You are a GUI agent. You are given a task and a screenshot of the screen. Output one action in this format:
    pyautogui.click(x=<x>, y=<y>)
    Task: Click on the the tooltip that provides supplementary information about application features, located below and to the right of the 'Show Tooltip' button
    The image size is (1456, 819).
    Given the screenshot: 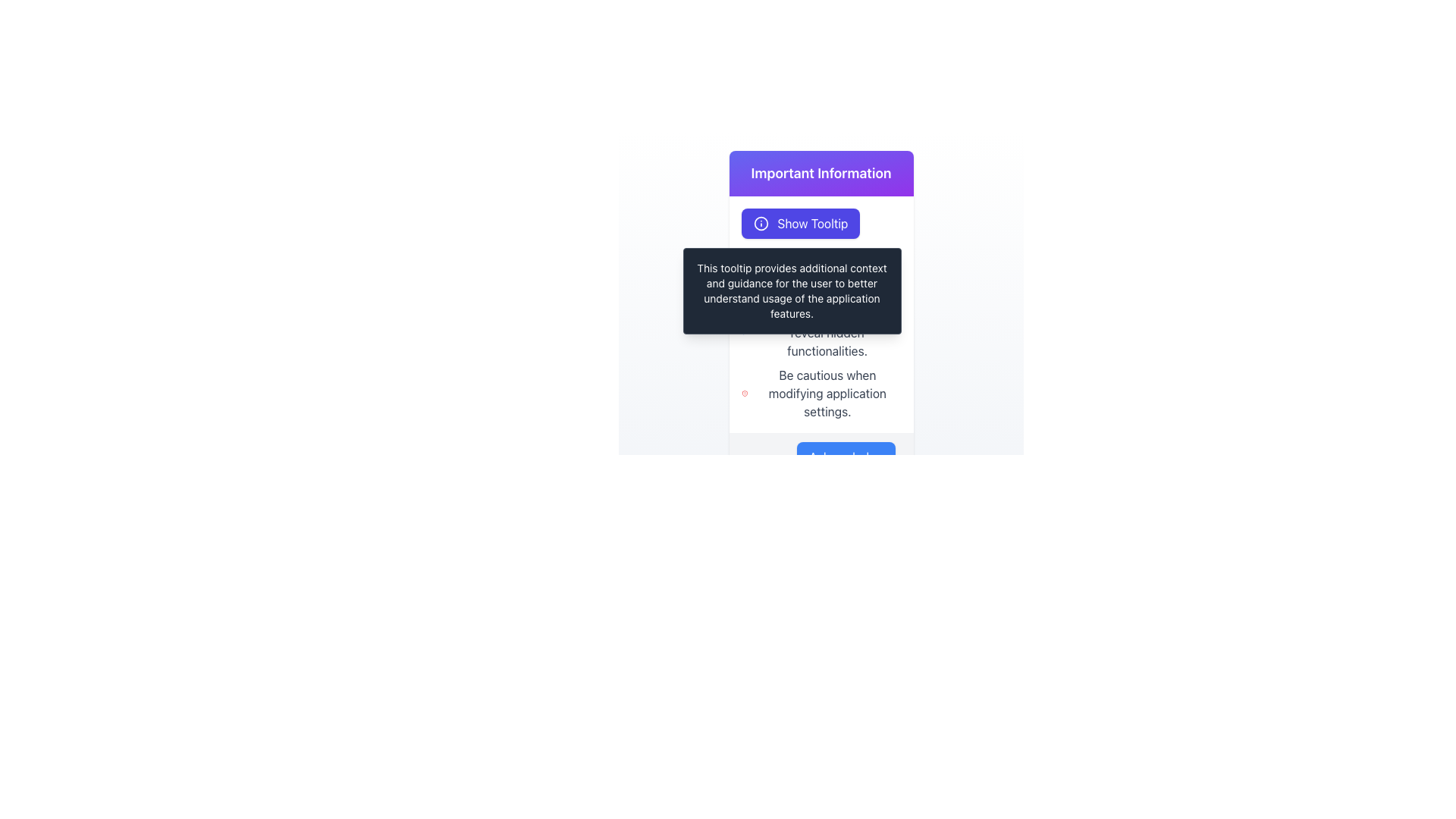 What is the action you would take?
    pyautogui.click(x=791, y=291)
    